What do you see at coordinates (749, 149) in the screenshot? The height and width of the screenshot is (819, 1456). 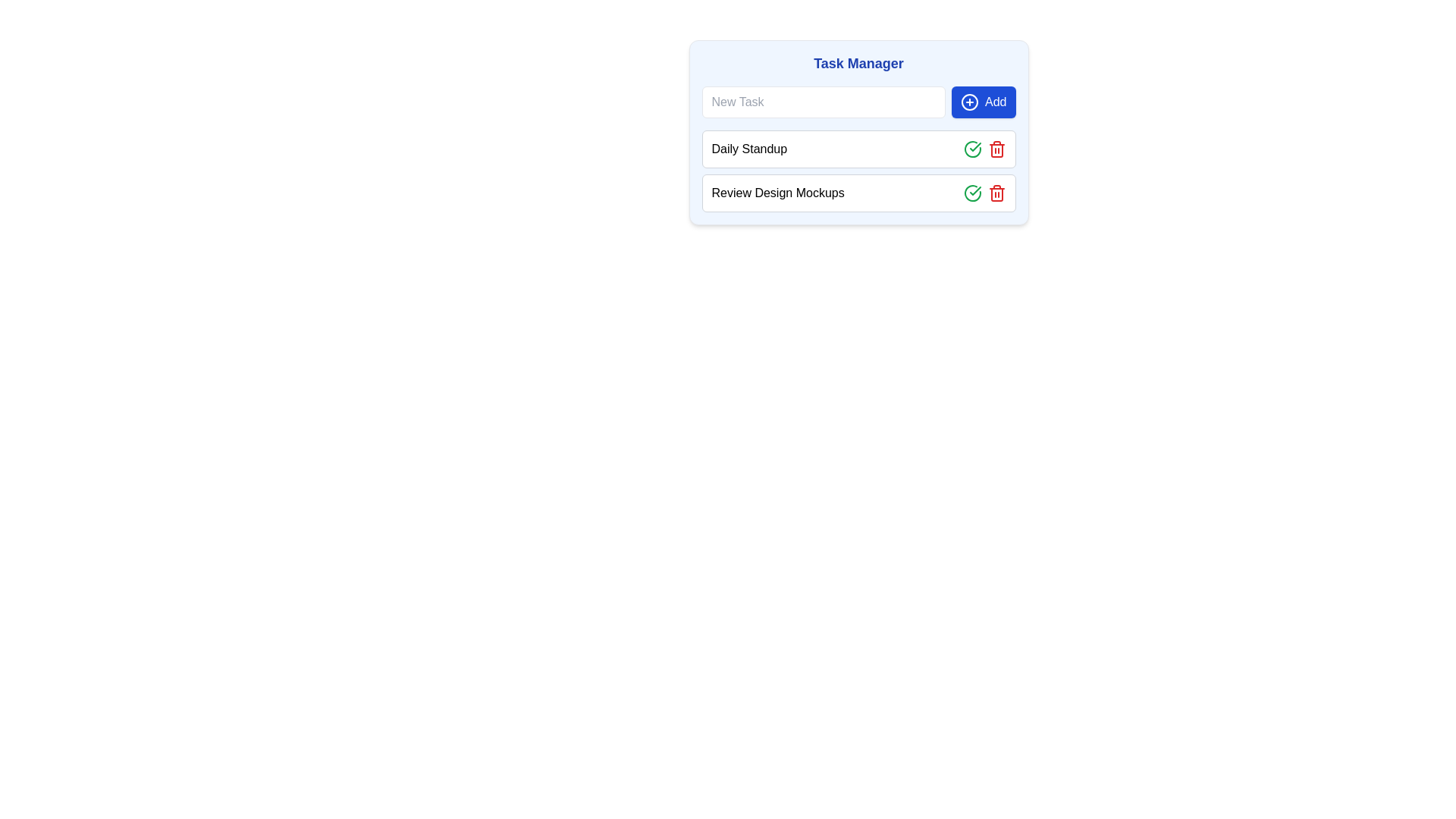 I see `the 'Daily Standup' static text label located in the upper task item of the task list in the 'Task Manager' interface` at bounding box center [749, 149].